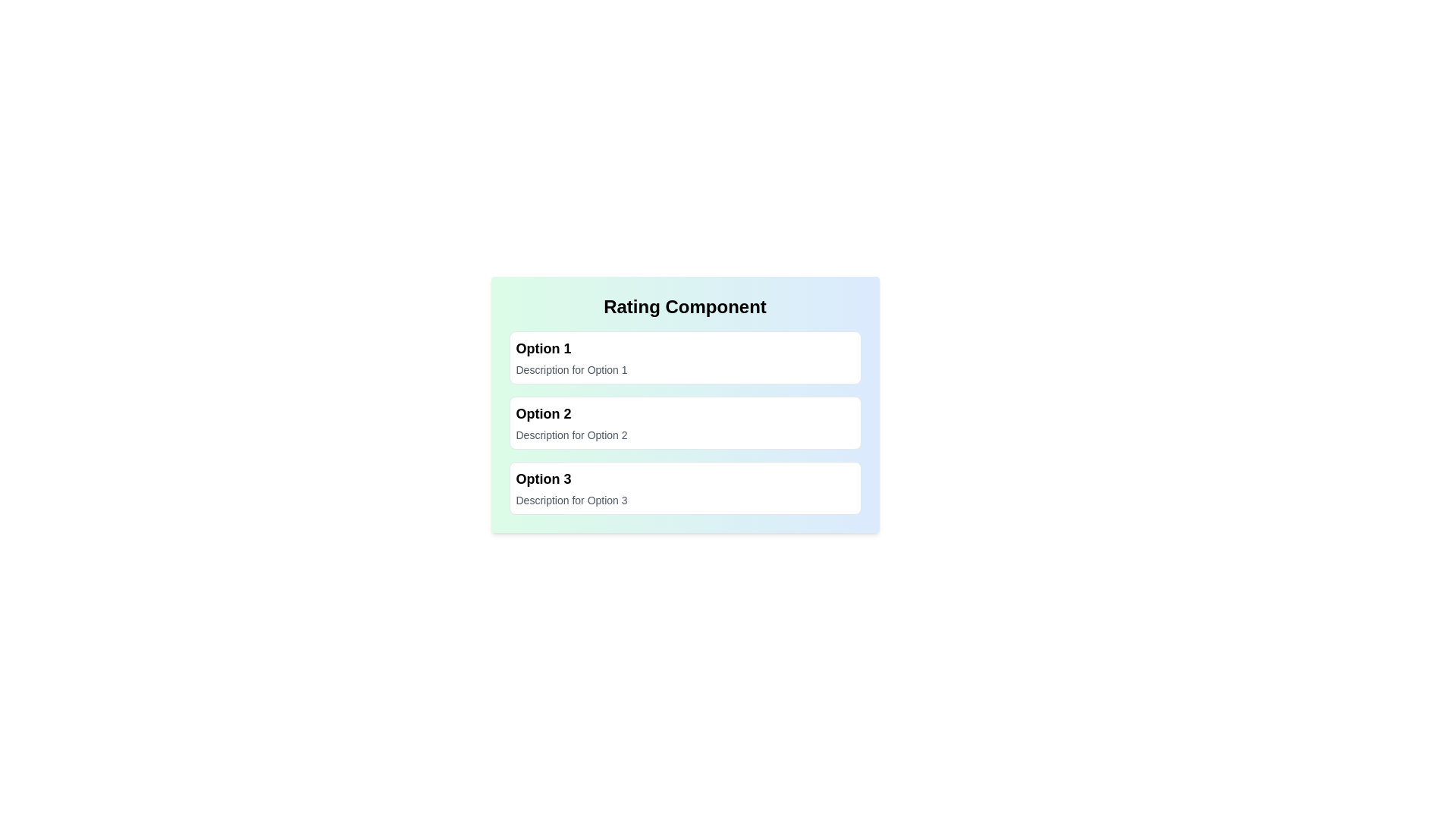 The width and height of the screenshot is (1456, 819). I want to click on the second option in the 'Rating Component' which is a selectable Button/Selection Card, so click(684, 423).